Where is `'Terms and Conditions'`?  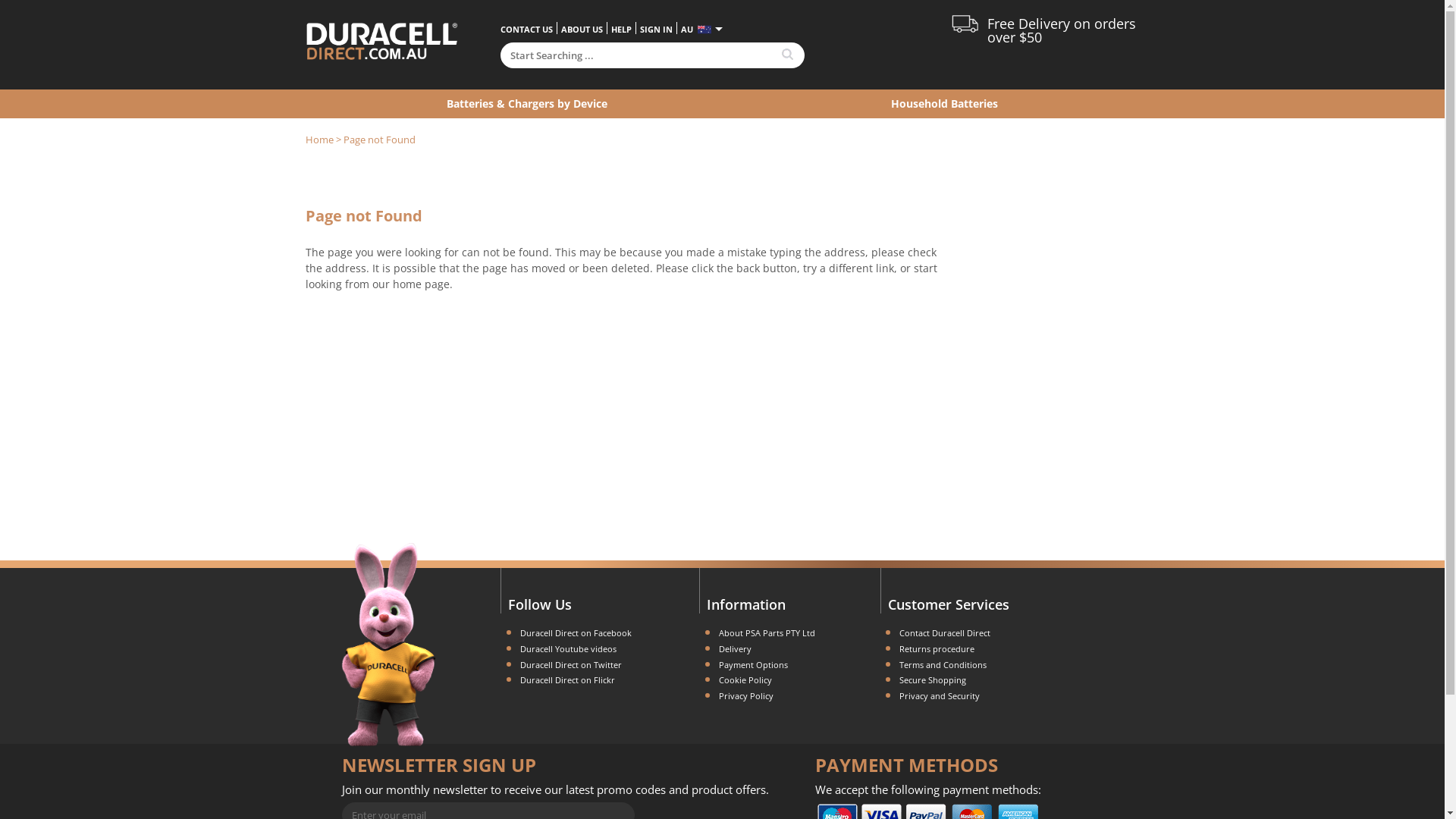 'Terms and Conditions' is located at coordinates (942, 664).